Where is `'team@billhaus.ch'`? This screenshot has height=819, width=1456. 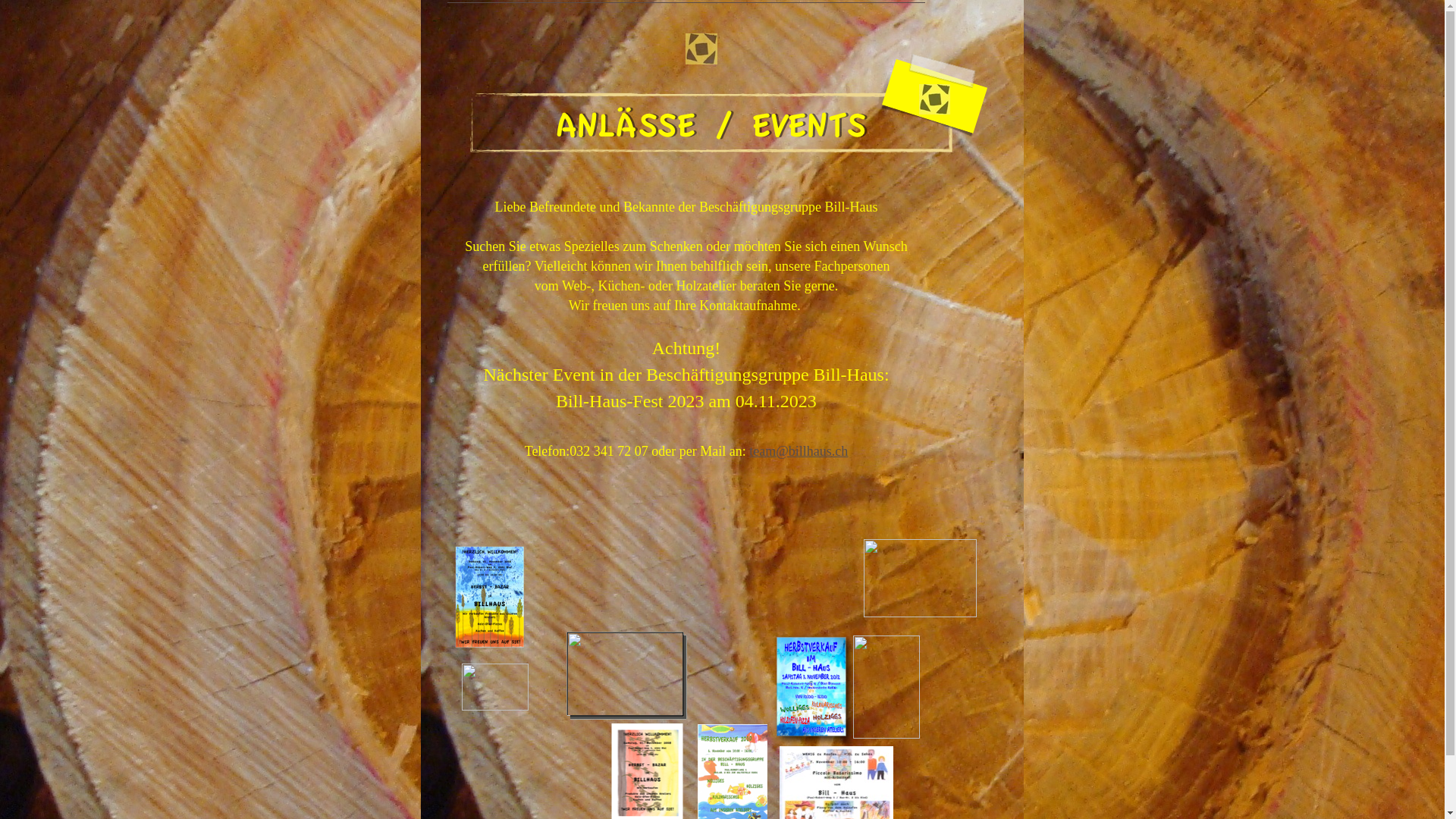 'team@billhaus.ch' is located at coordinates (749, 450).